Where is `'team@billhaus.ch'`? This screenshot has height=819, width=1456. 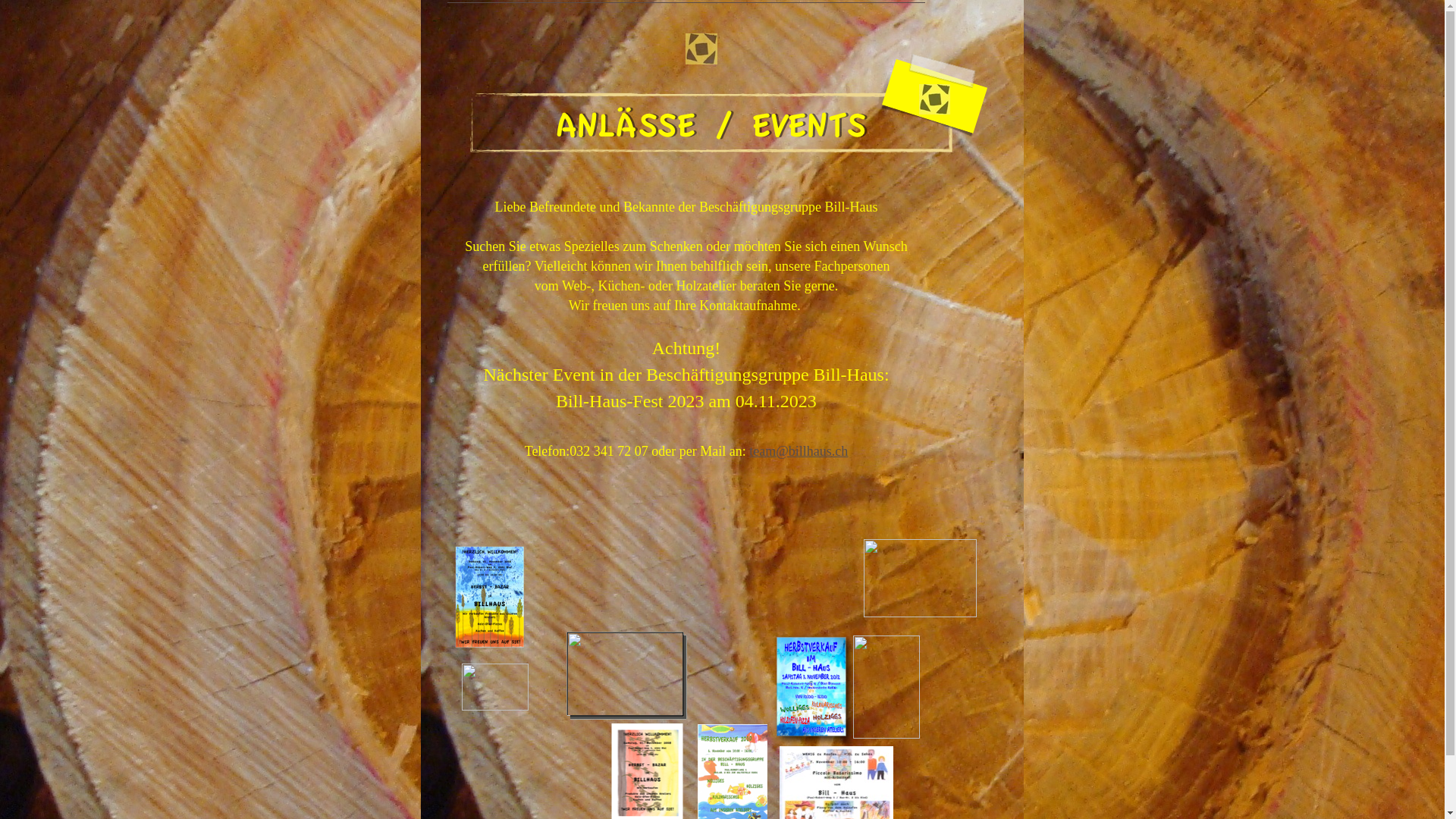 'team@billhaus.ch' is located at coordinates (749, 450).